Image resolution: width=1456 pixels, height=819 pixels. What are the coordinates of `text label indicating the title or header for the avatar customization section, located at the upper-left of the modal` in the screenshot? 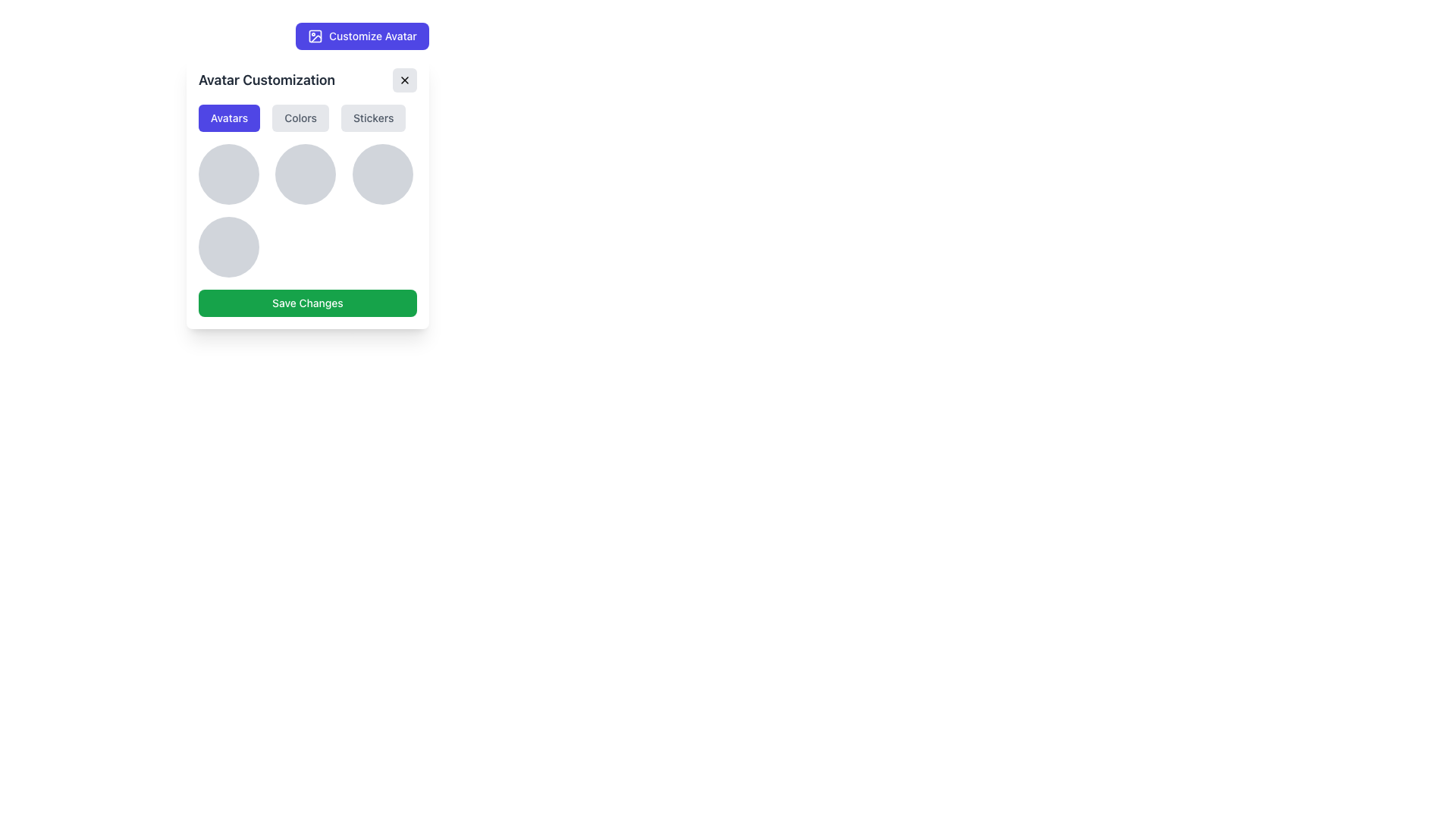 It's located at (266, 80).